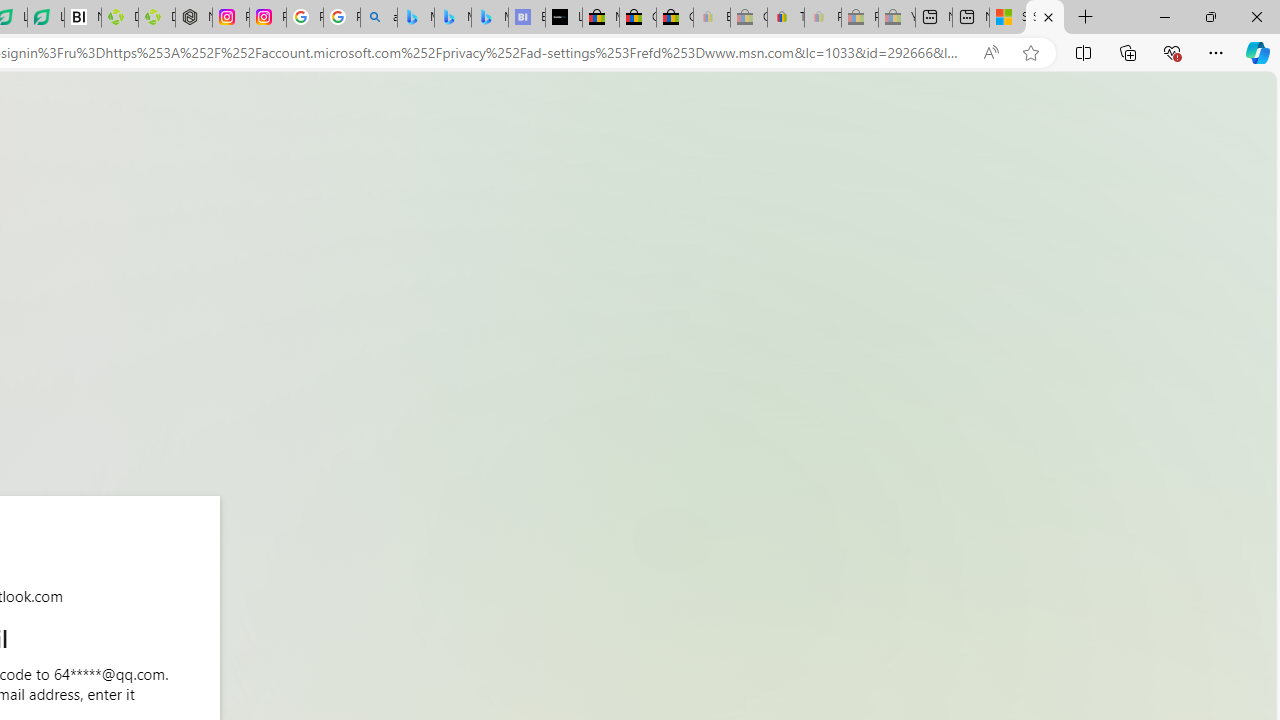  I want to click on 'Threats and offensive language policy | eBay', so click(784, 17).